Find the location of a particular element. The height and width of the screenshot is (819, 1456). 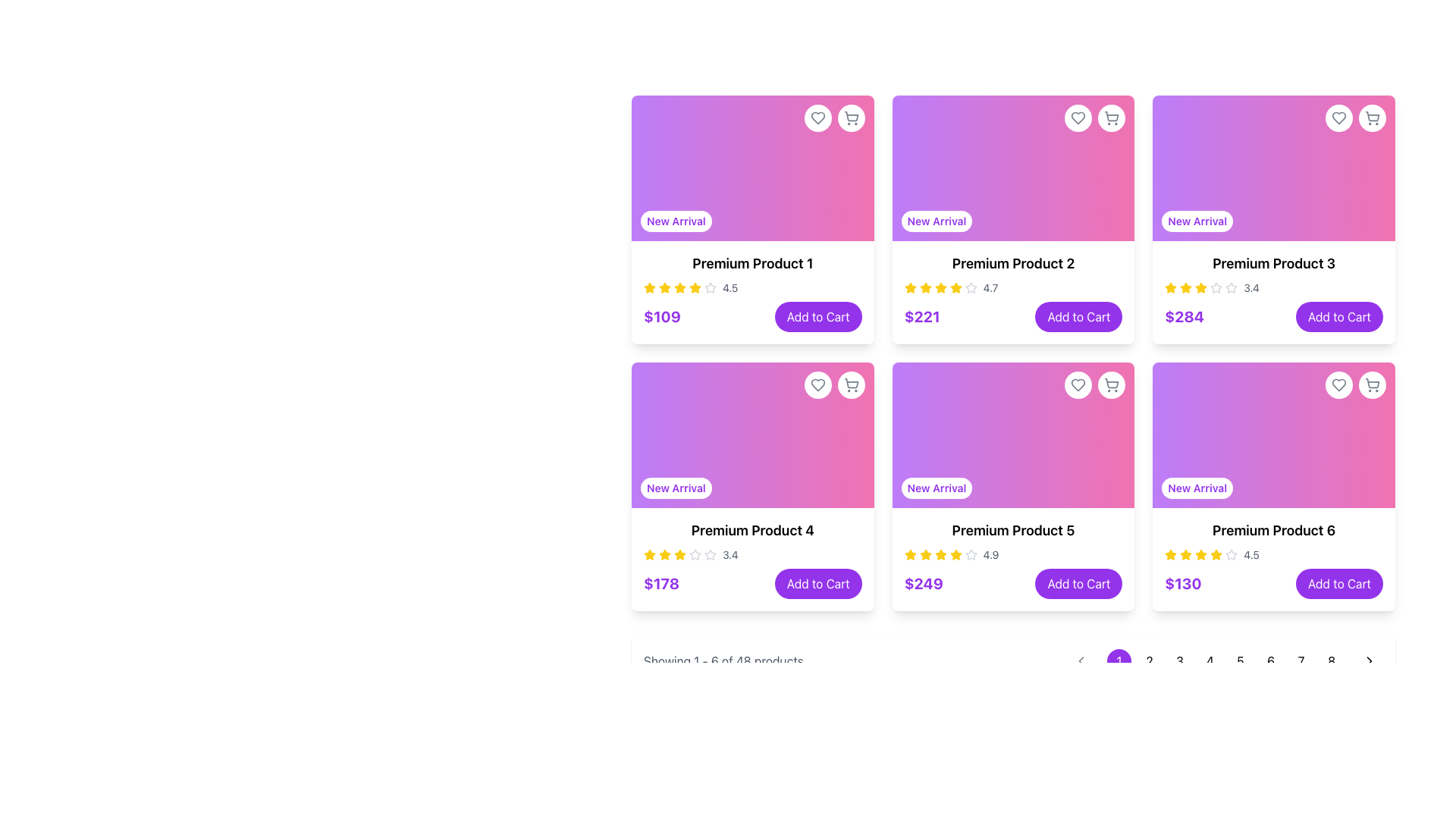

the rating represented by the star icon in the rating section of the product card for 'Premium Product 5', located in the third column of the second row of the product grid is located at coordinates (910, 554).